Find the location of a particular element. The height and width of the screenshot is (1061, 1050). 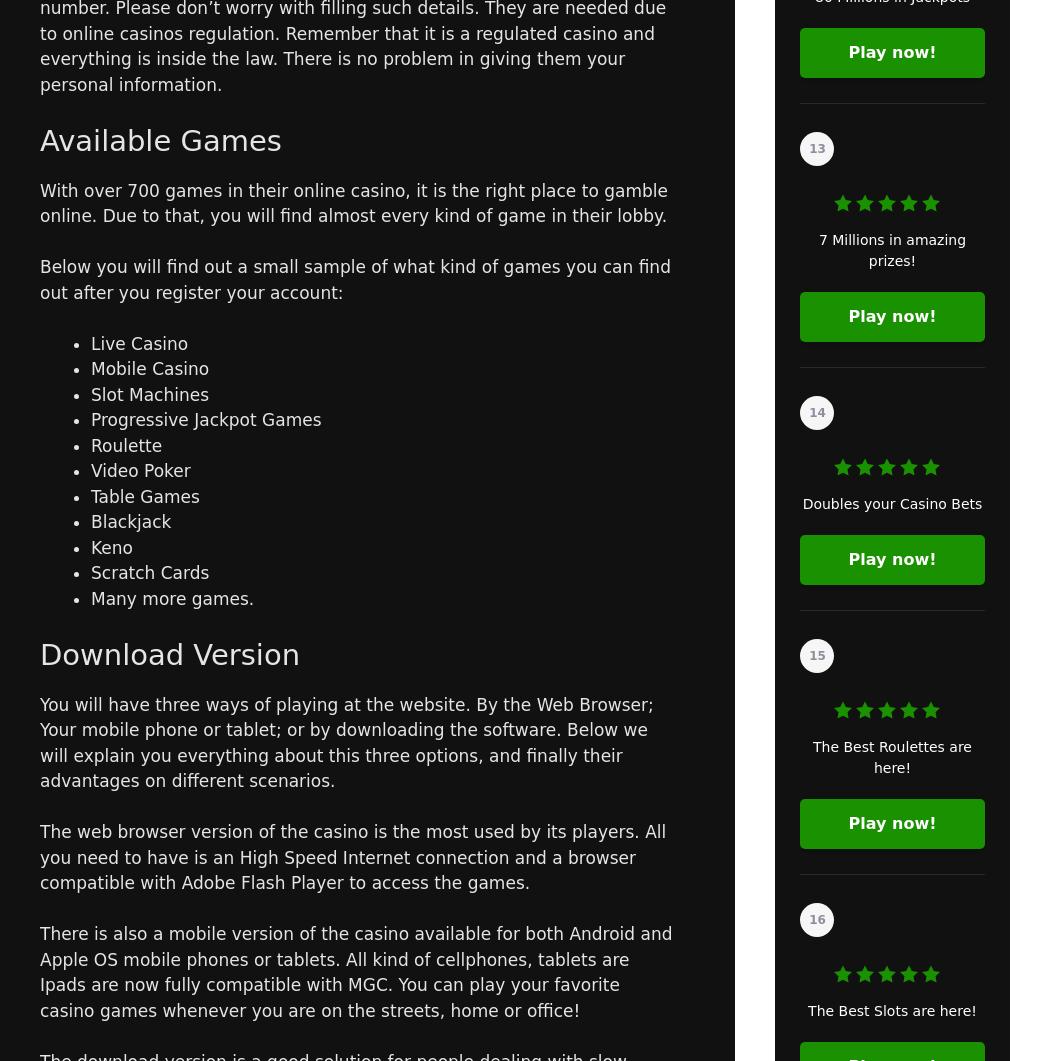

'Mobile Casino' is located at coordinates (150, 369).